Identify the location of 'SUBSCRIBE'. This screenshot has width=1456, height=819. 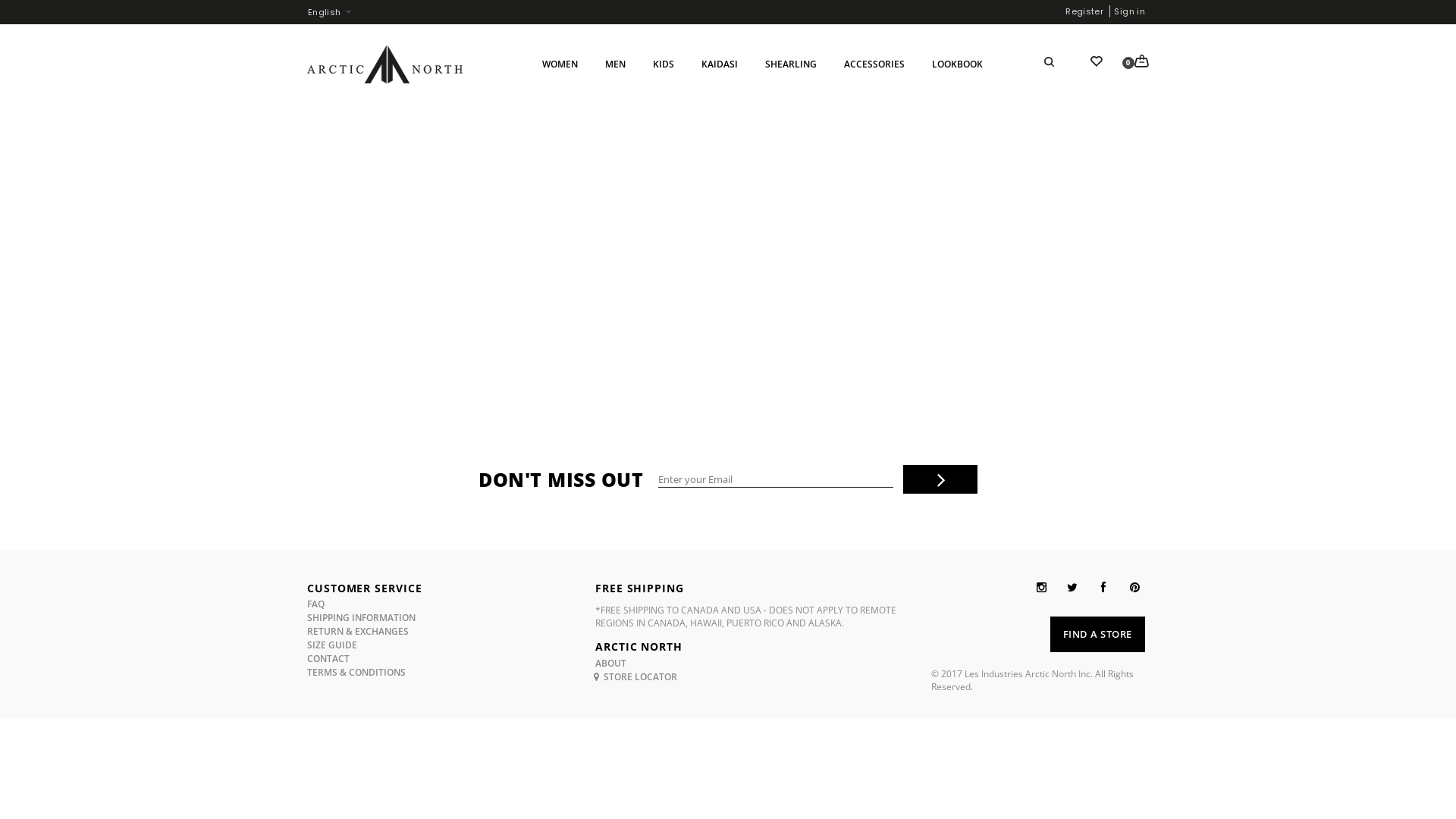
(939, 479).